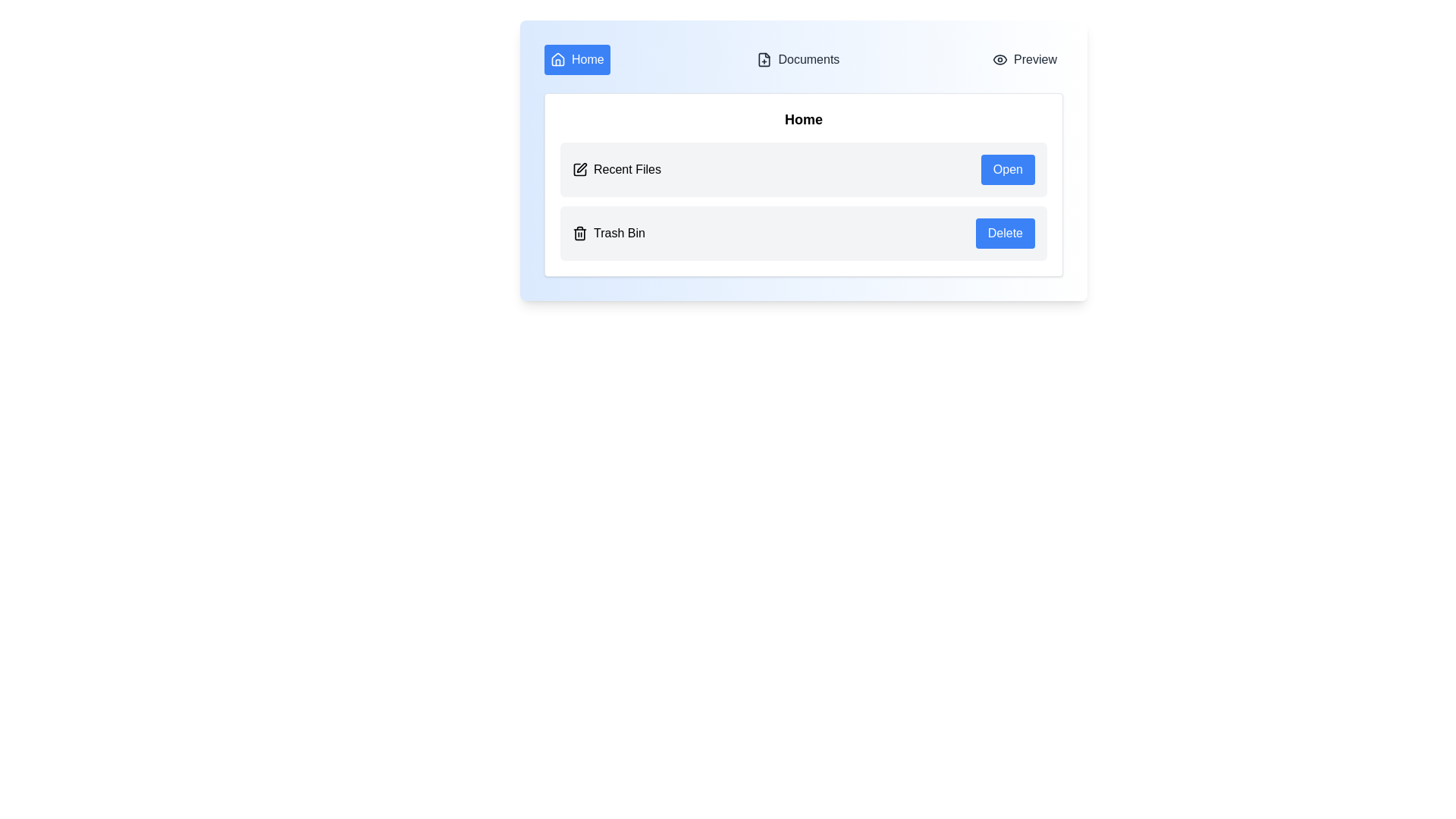 The image size is (1456, 819). Describe the element at coordinates (1008, 169) in the screenshot. I see `the button located in the top row of the 'Recent Files' section` at that location.